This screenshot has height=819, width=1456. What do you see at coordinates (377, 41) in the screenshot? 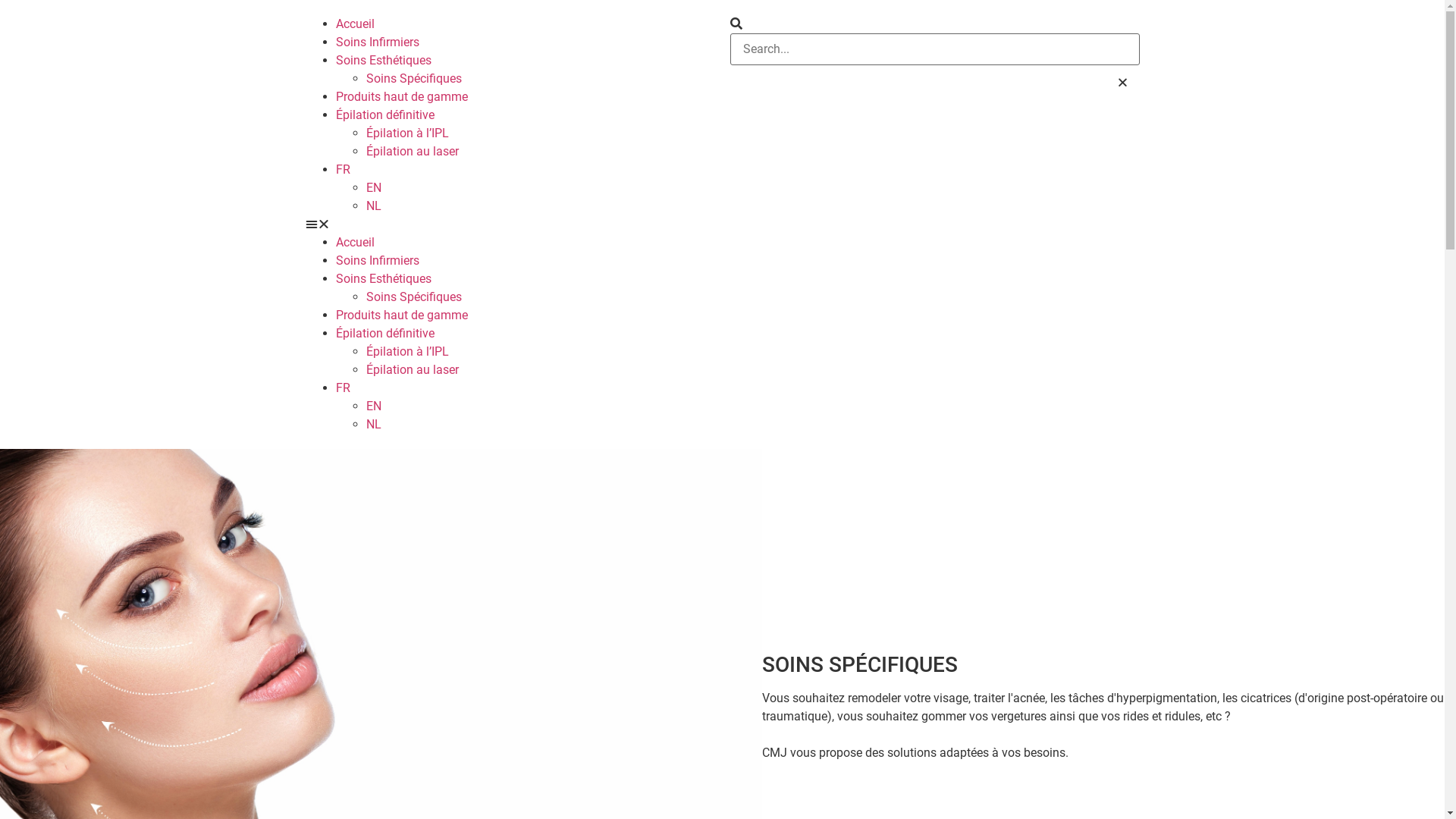
I see `'Soins Infirmiers'` at bounding box center [377, 41].